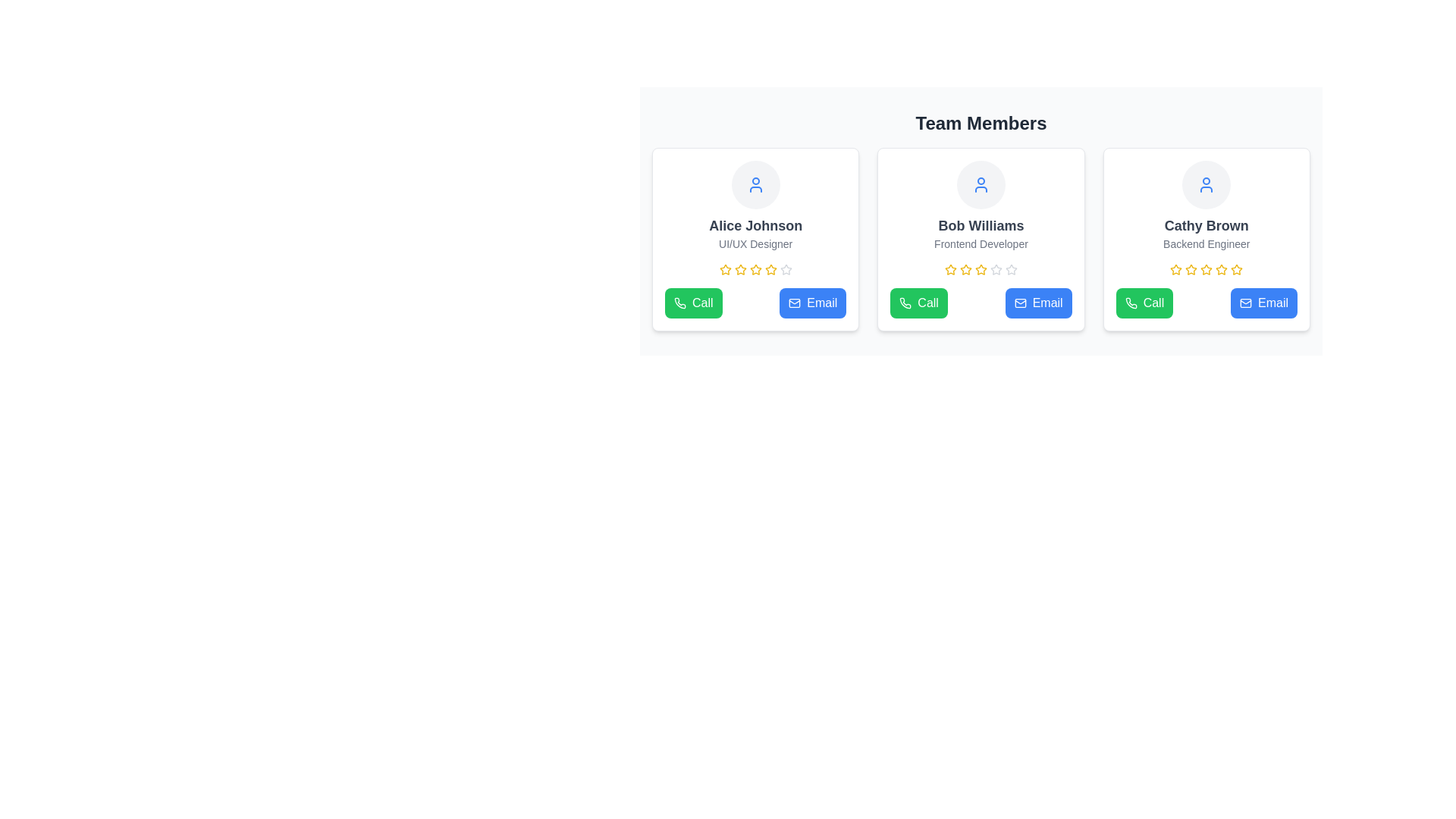 The image size is (1456, 819). I want to click on the second star icon in the row under the 'Bob Williams' card to rate it, so click(981, 268).